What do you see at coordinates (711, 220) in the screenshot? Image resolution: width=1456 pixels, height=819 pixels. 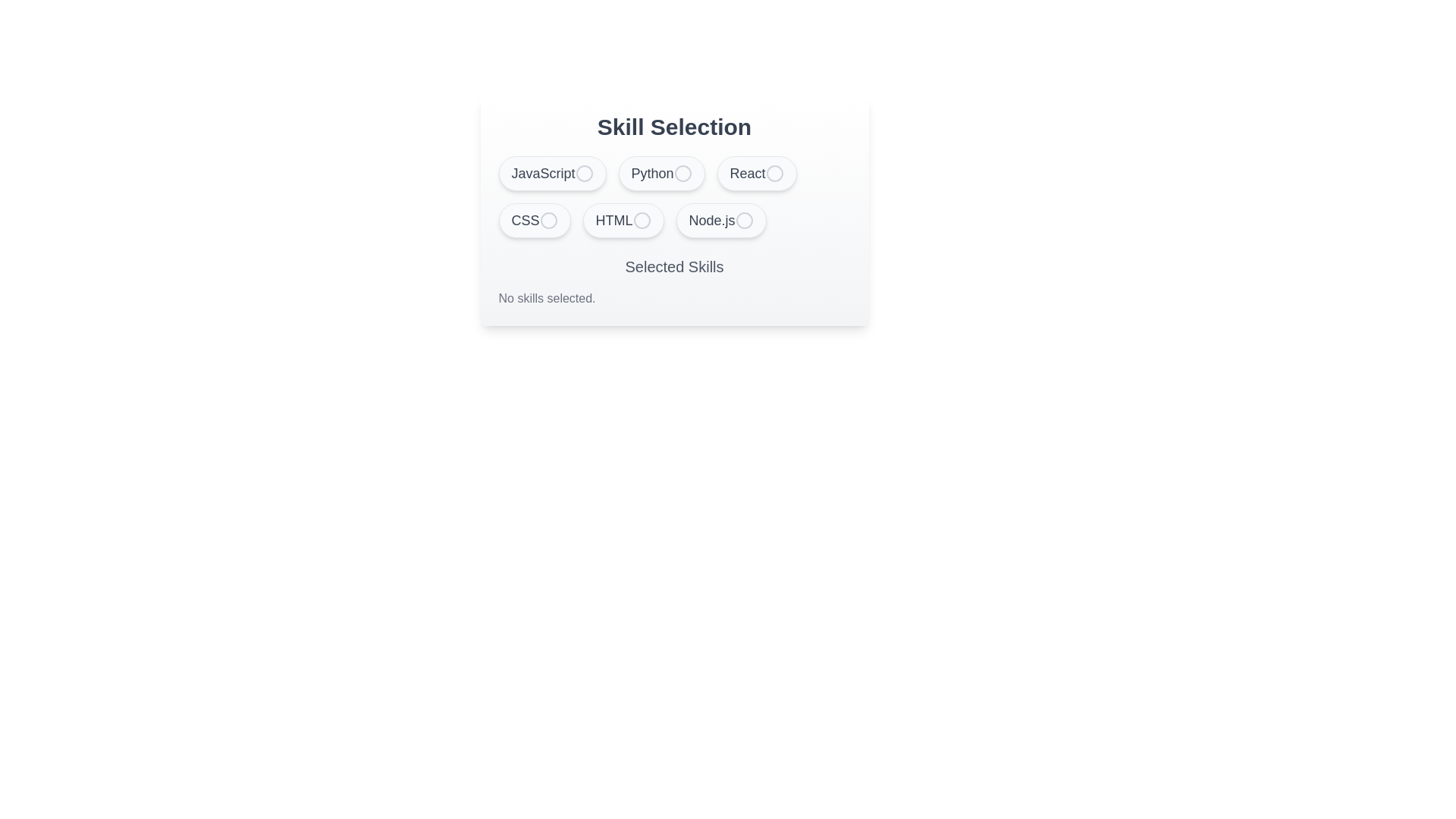 I see `the text label for the skill 'Node.js' located in the sixth button of the skill selection grid` at bounding box center [711, 220].